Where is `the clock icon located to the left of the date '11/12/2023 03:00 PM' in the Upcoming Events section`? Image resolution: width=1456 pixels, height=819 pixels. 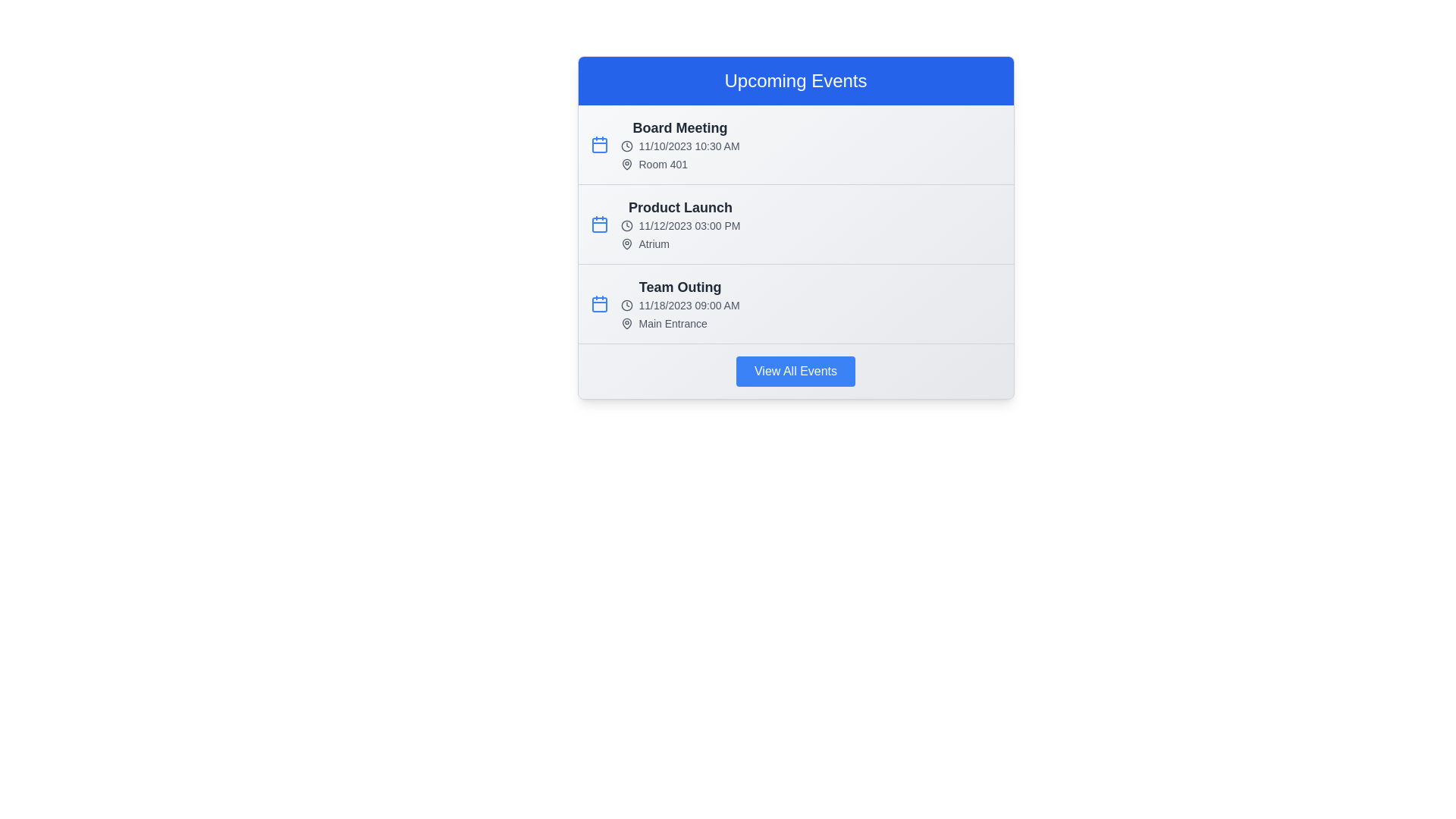 the clock icon located to the left of the date '11/12/2023 03:00 PM' in the Upcoming Events section is located at coordinates (626, 225).